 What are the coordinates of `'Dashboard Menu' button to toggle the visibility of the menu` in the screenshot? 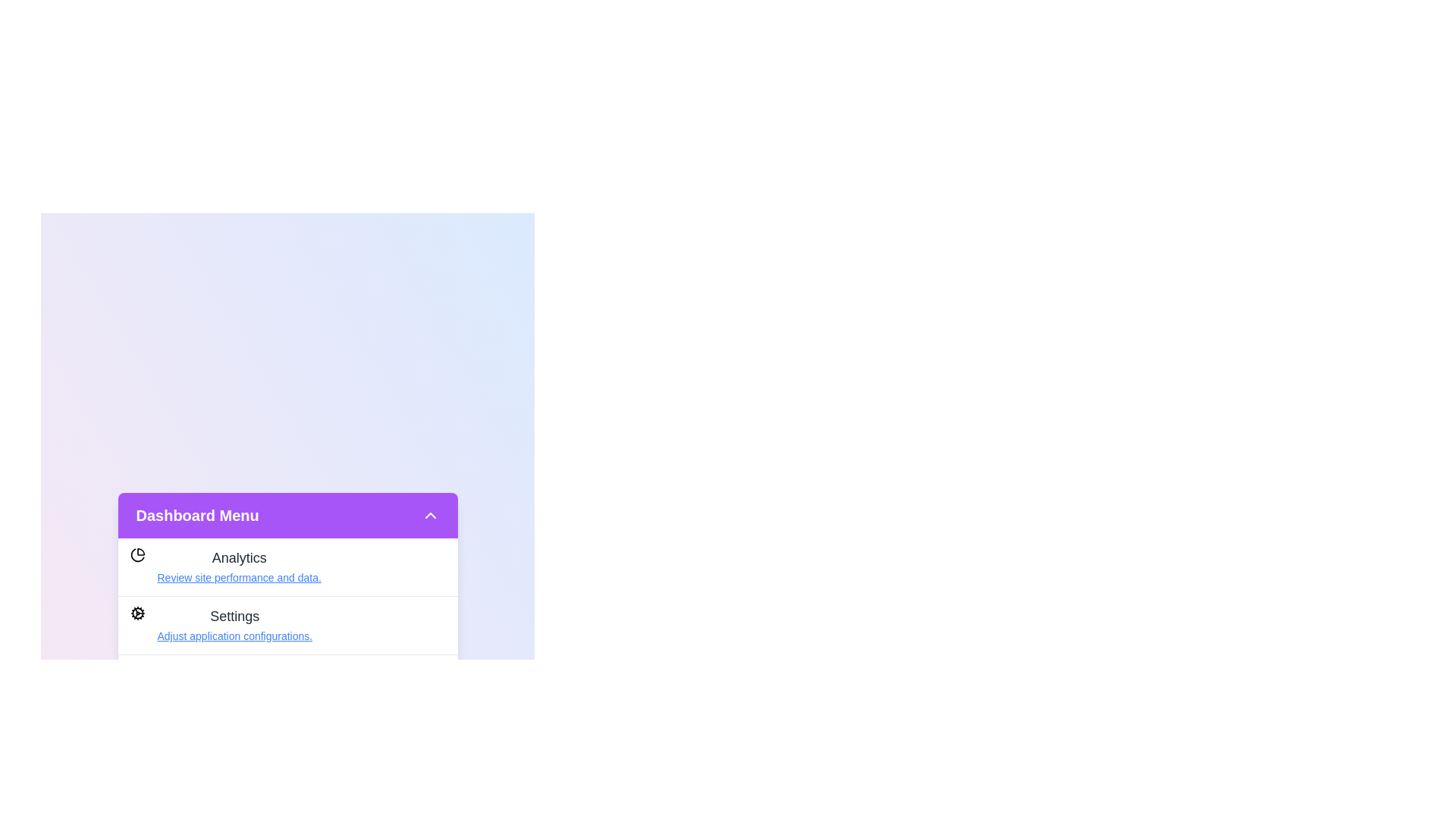 It's located at (287, 514).